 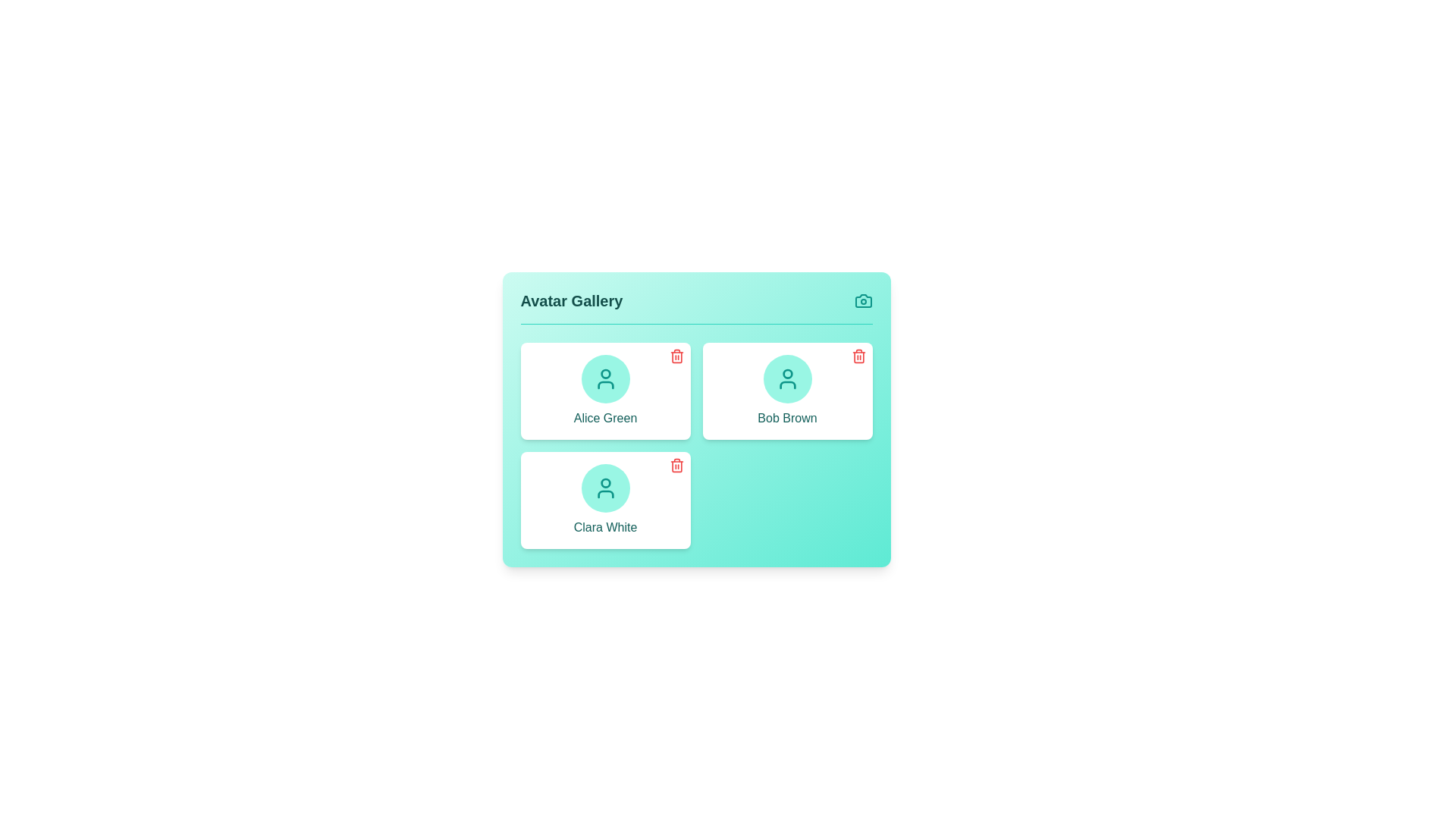 I want to click on the Text Label displaying the name 'Clara White' within the card component in the bottom-left section of the grid layout, so click(x=604, y=526).